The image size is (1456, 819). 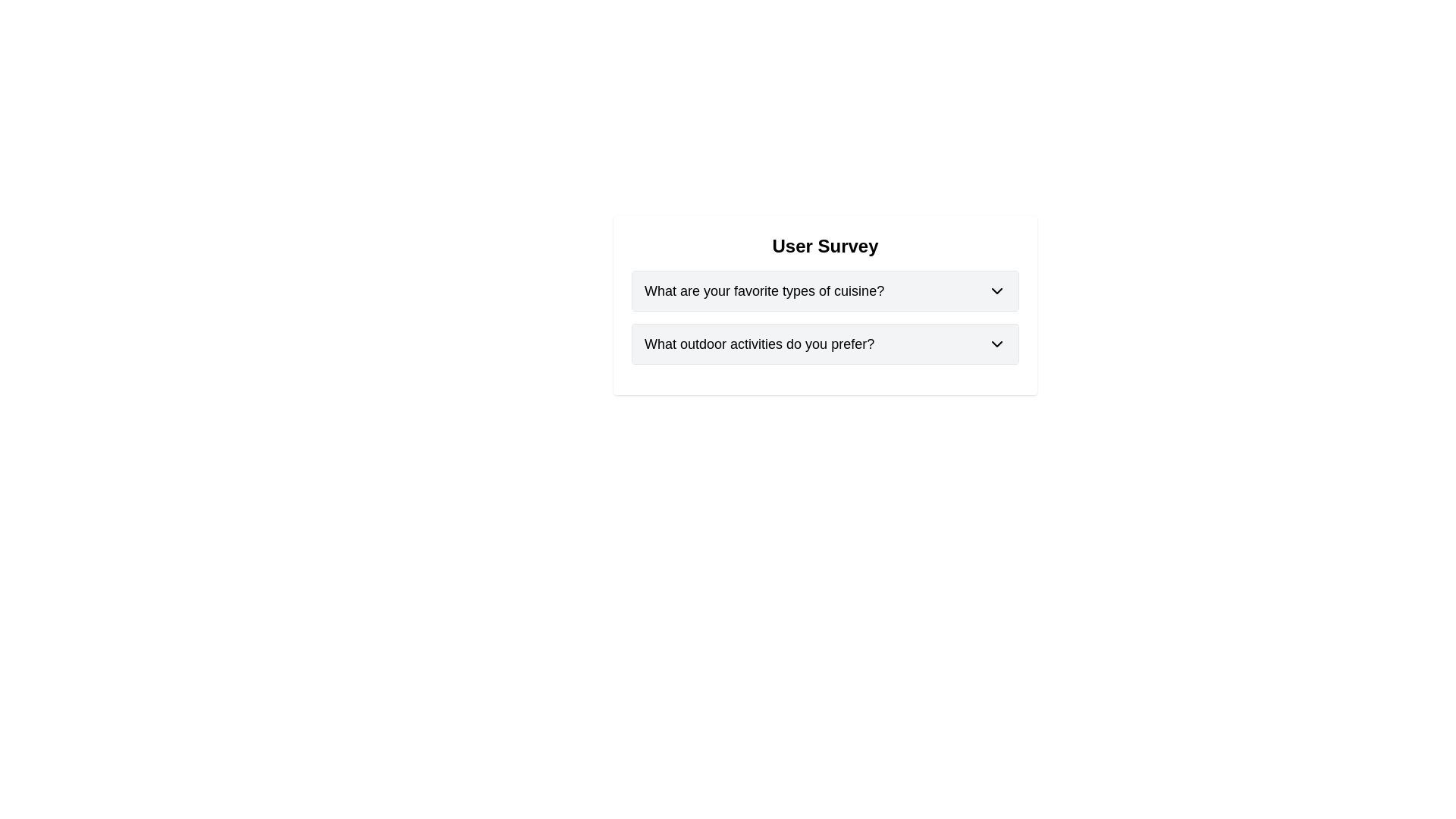 I want to click on the dropdown selector header element displaying 'What outdoor activities do you prefer?', so click(x=824, y=344).